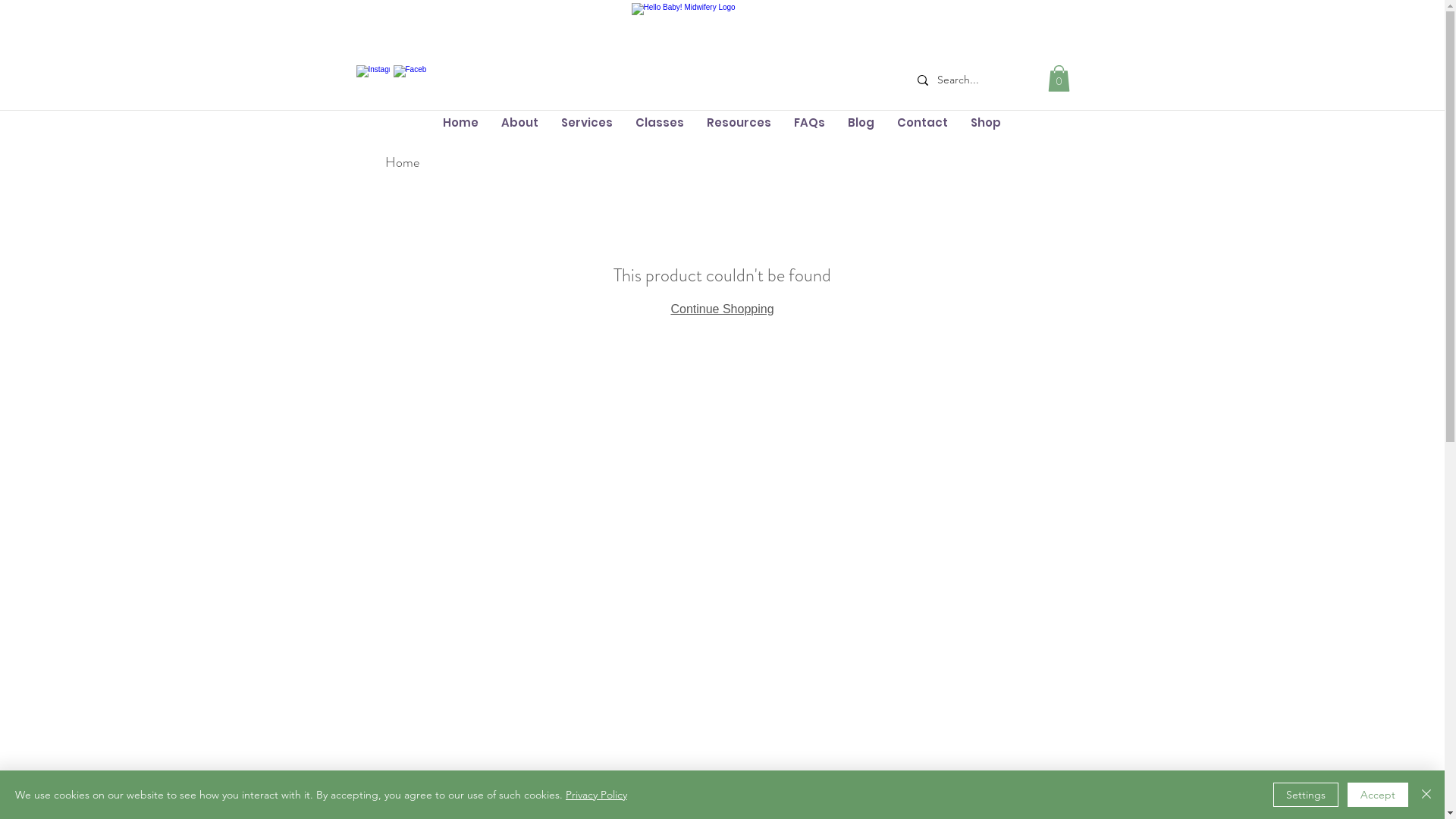 This screenshot has height=819, width=1456. What do you see at coordinates (921, 121) in the screenshot?
I see `'Contact'` at bounding box center [921, 121].